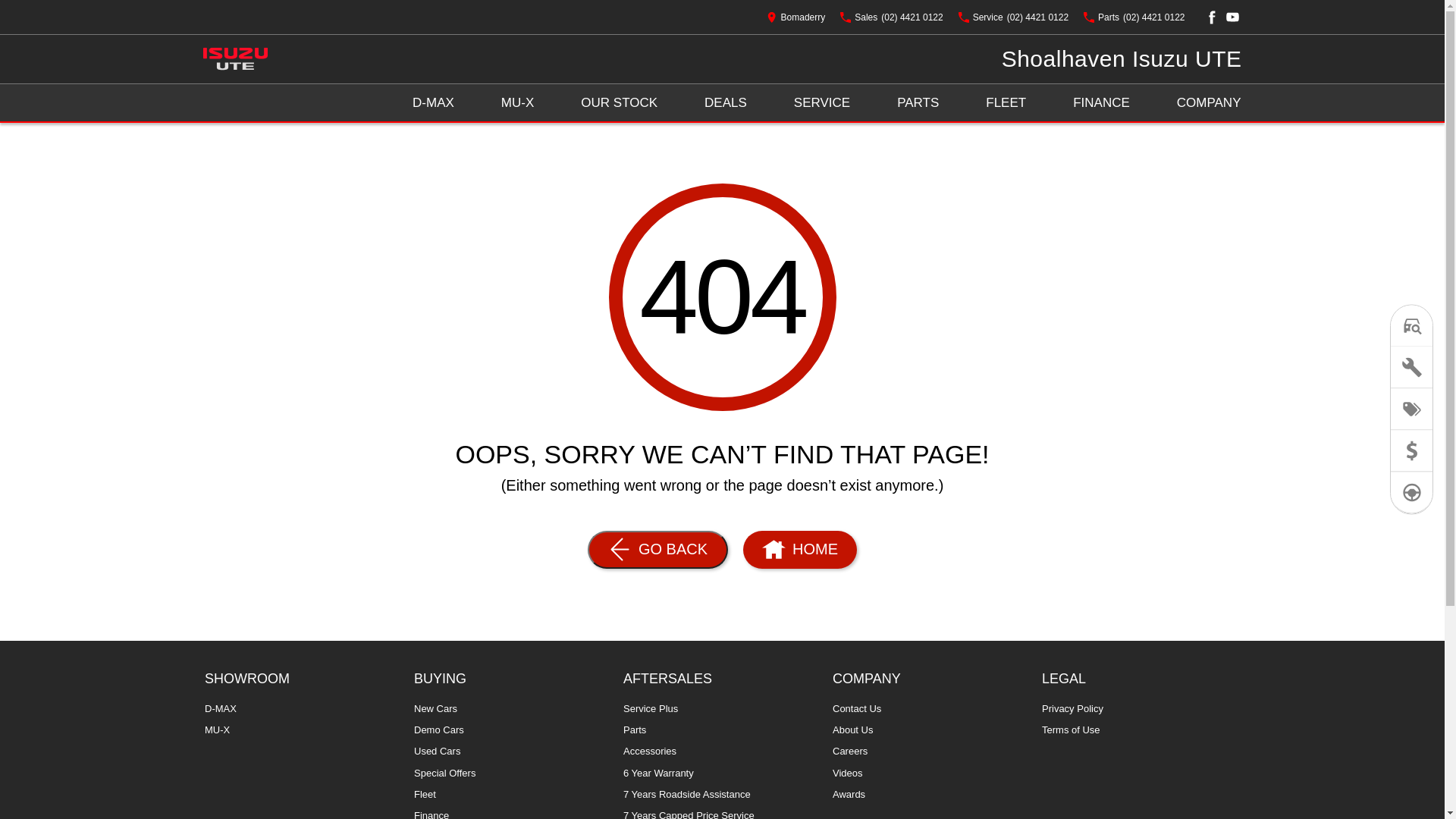 This screenshot has height=819, width=1456. I want to click on 'Terms of Use', so click(1070, 730).